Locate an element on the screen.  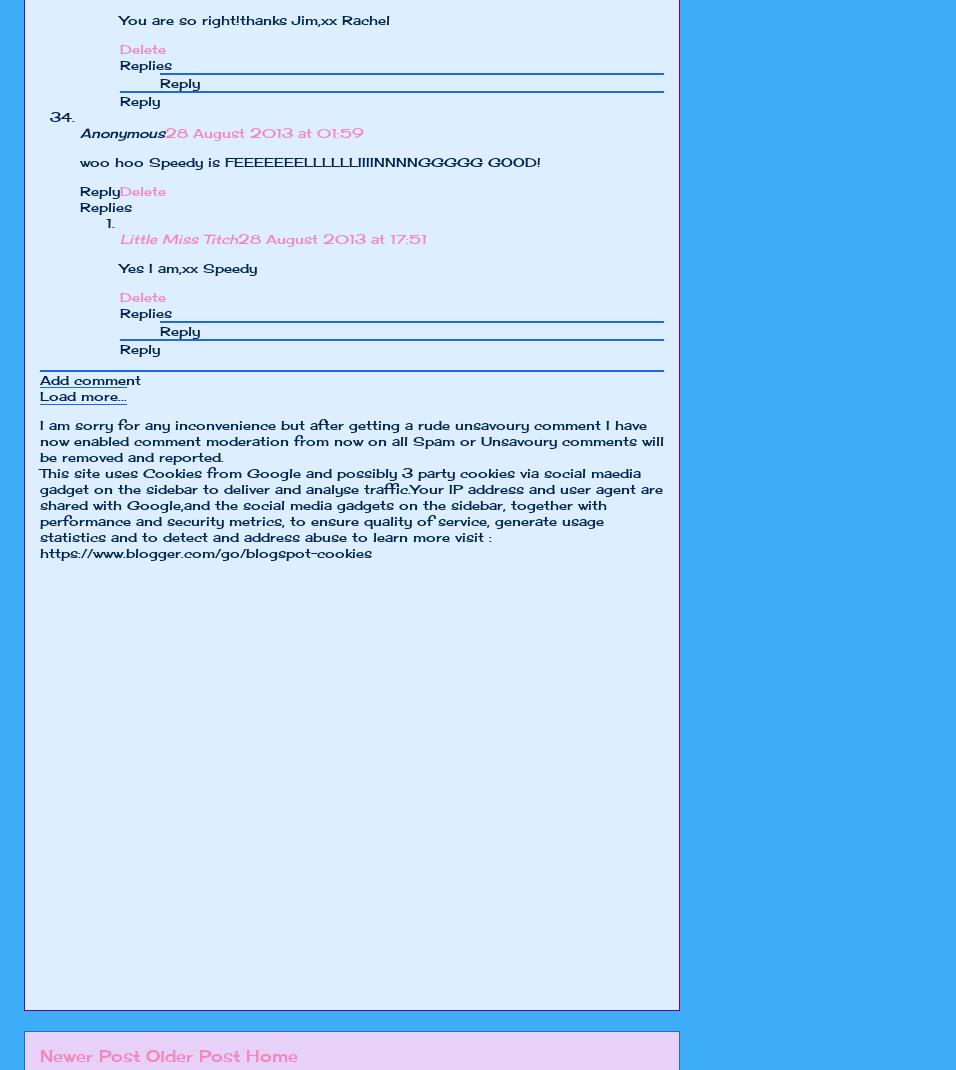
'28 August 2013 at 17:51' is located at coordinates (238, 238).